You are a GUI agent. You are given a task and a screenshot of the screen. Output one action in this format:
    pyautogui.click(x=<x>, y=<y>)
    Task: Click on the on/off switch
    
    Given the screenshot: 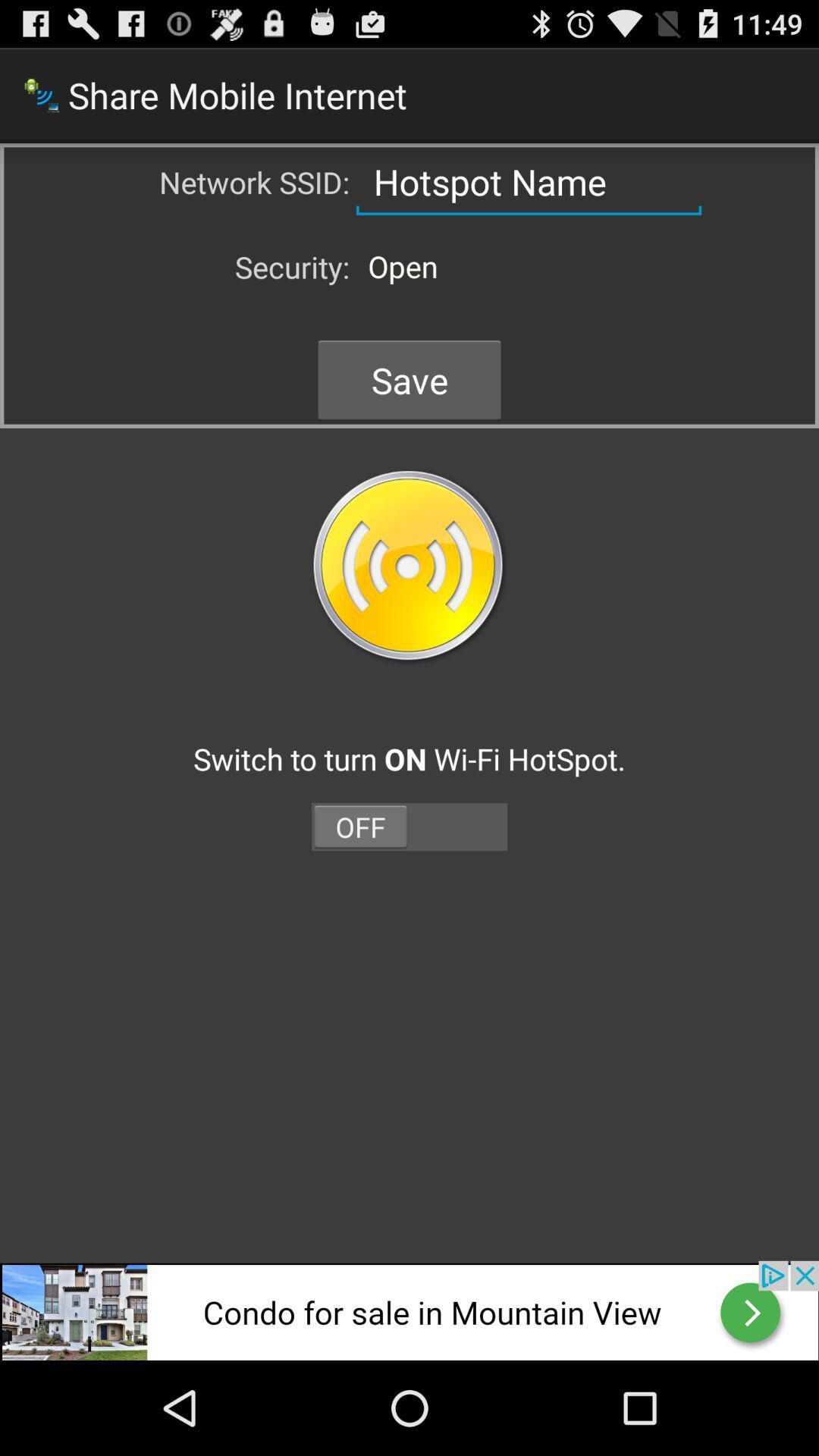 What is the action you would take?
    pyautogui.click(x=409, y=826)
    